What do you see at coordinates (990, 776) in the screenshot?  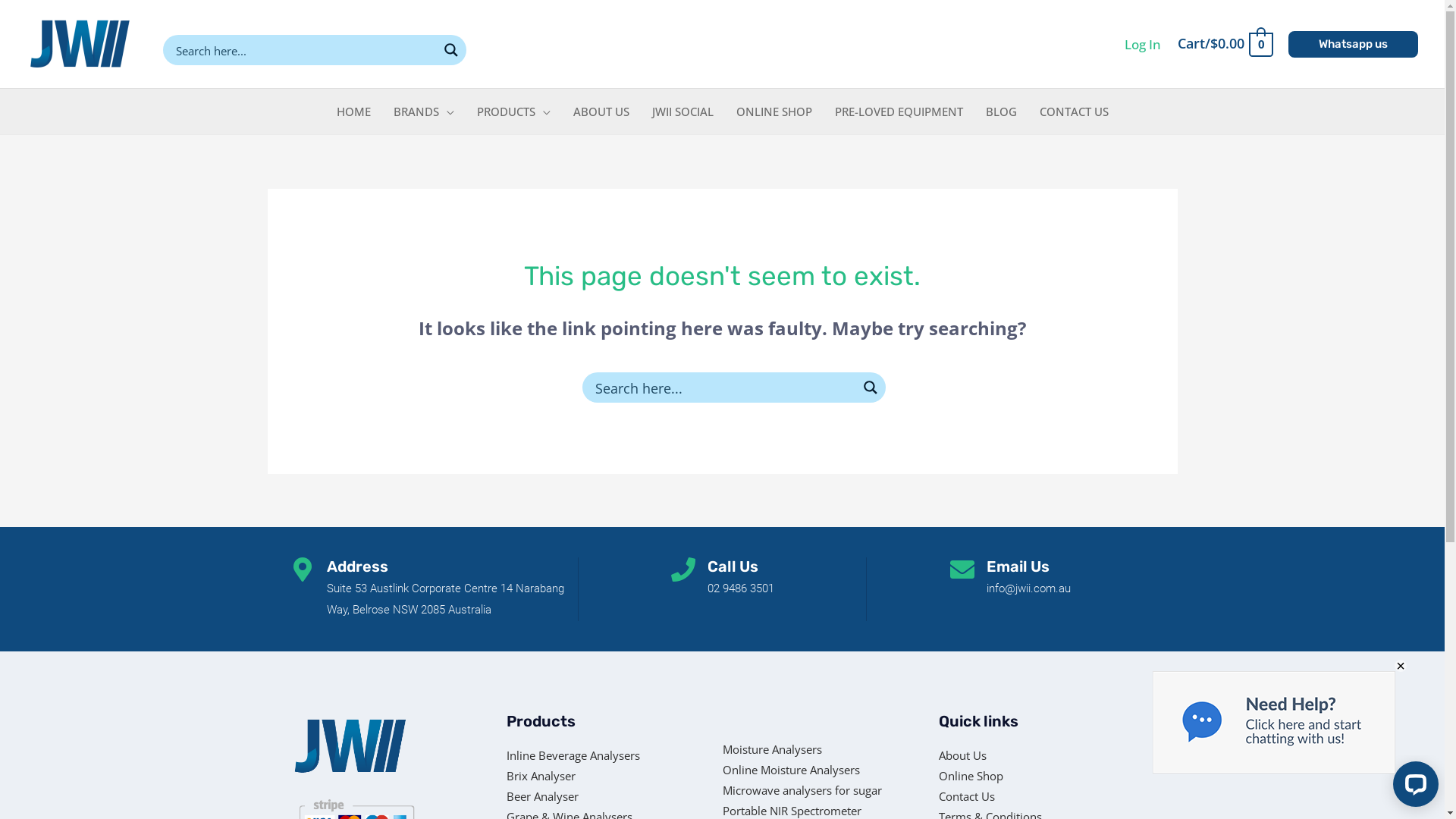 I see `'Online Shop'` at bounding box center [990, 776].